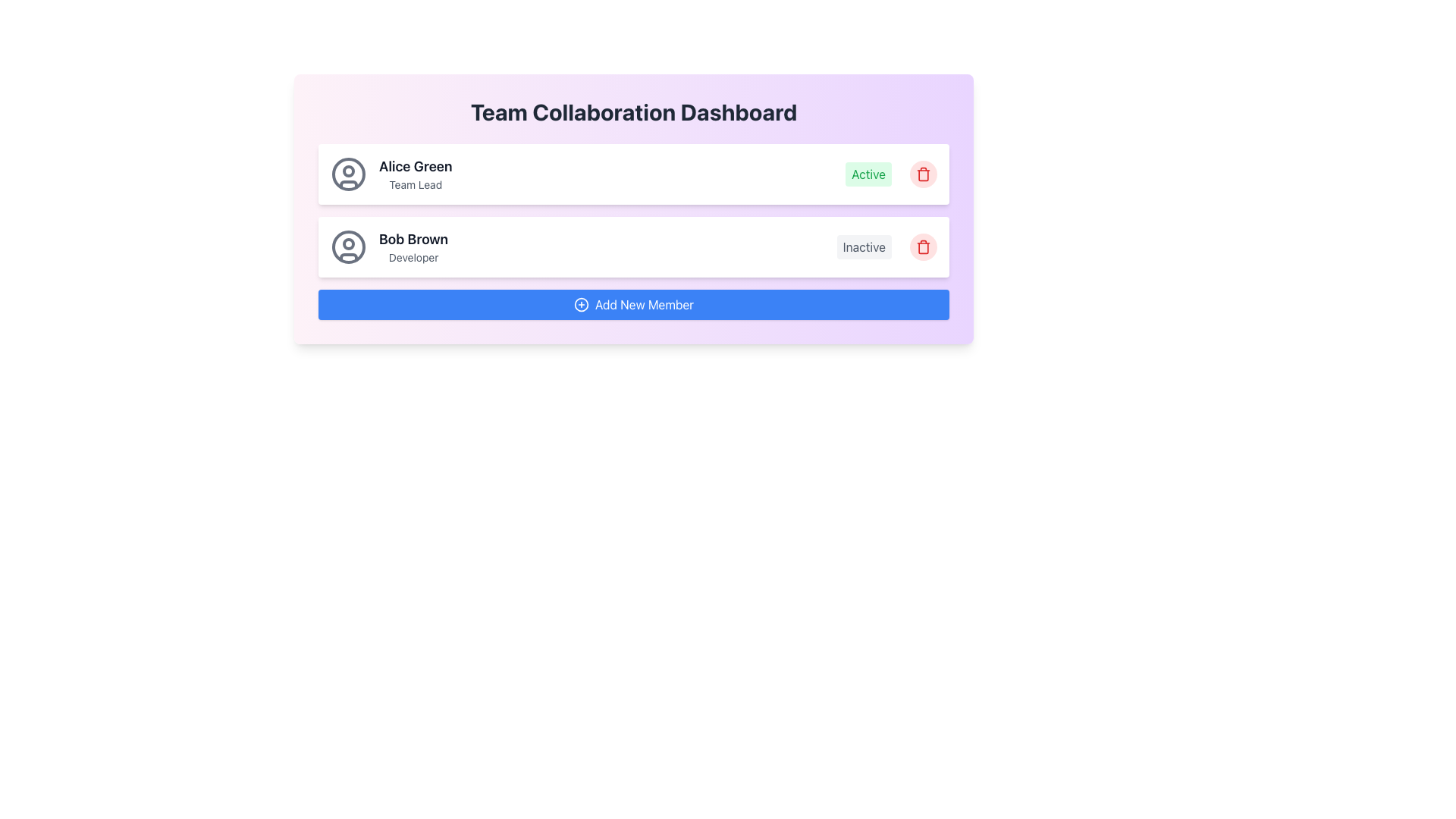 The height and width of the screenshot is (819, 1456). What do you see at coordinates (348, 171) in the screenshot?
I see `the graphical sub-component or icon located in the upper section of the user profile picture` at bounding box center [348, 171].